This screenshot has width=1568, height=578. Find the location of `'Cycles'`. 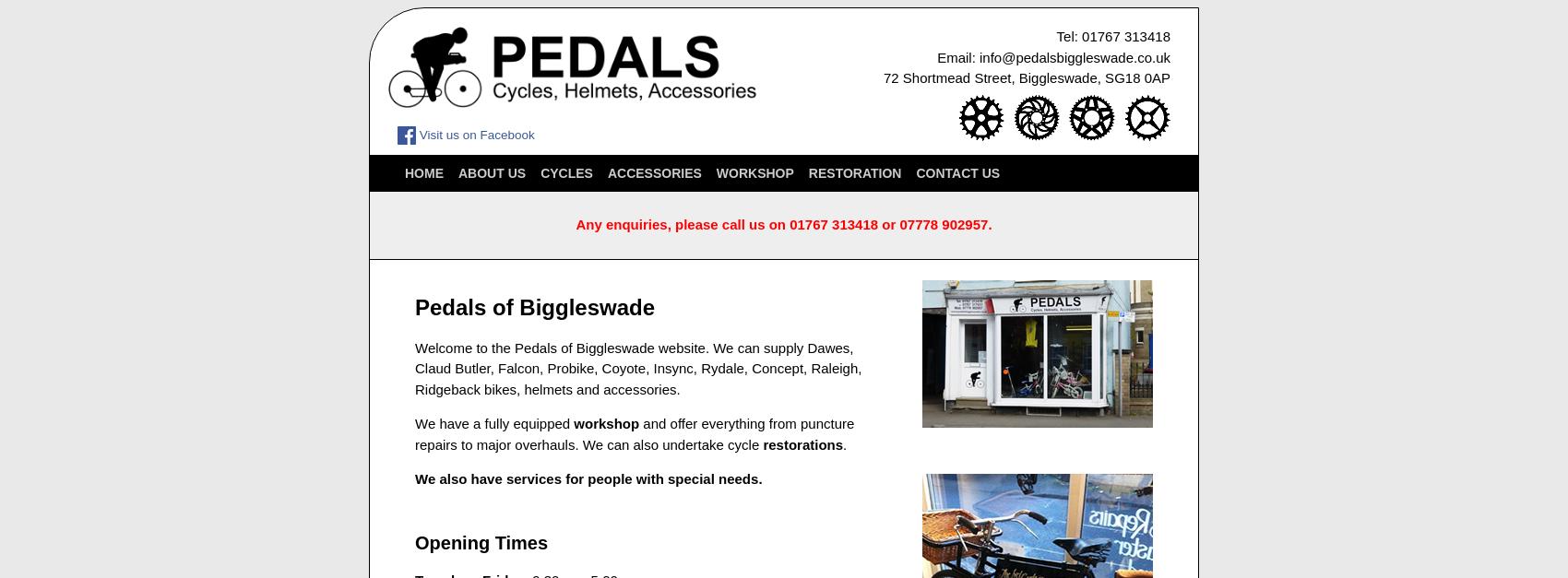

'Cycles' is located at coordinates (565, 171).